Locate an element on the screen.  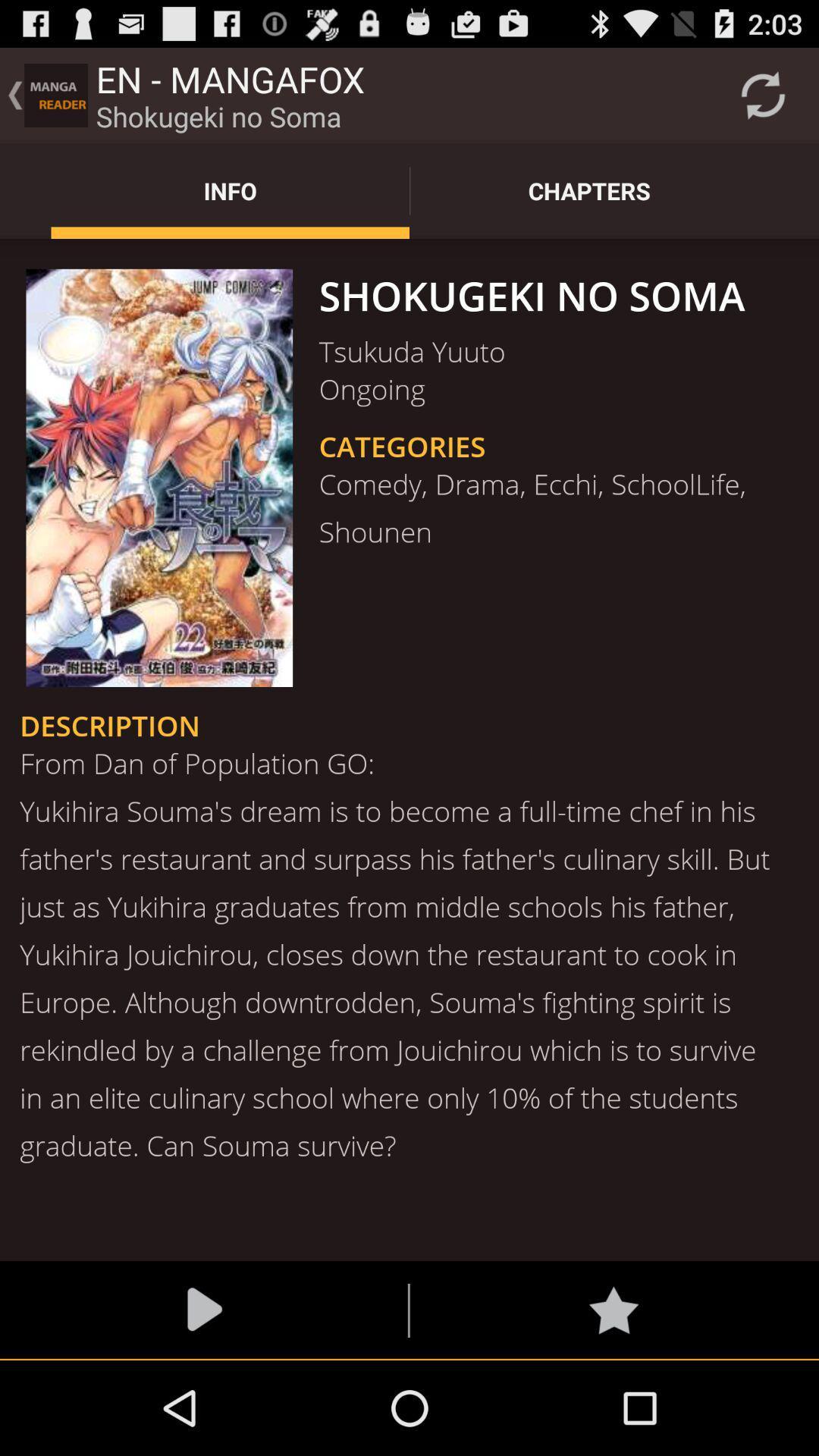
the poster is located at coordinates (159, 477).